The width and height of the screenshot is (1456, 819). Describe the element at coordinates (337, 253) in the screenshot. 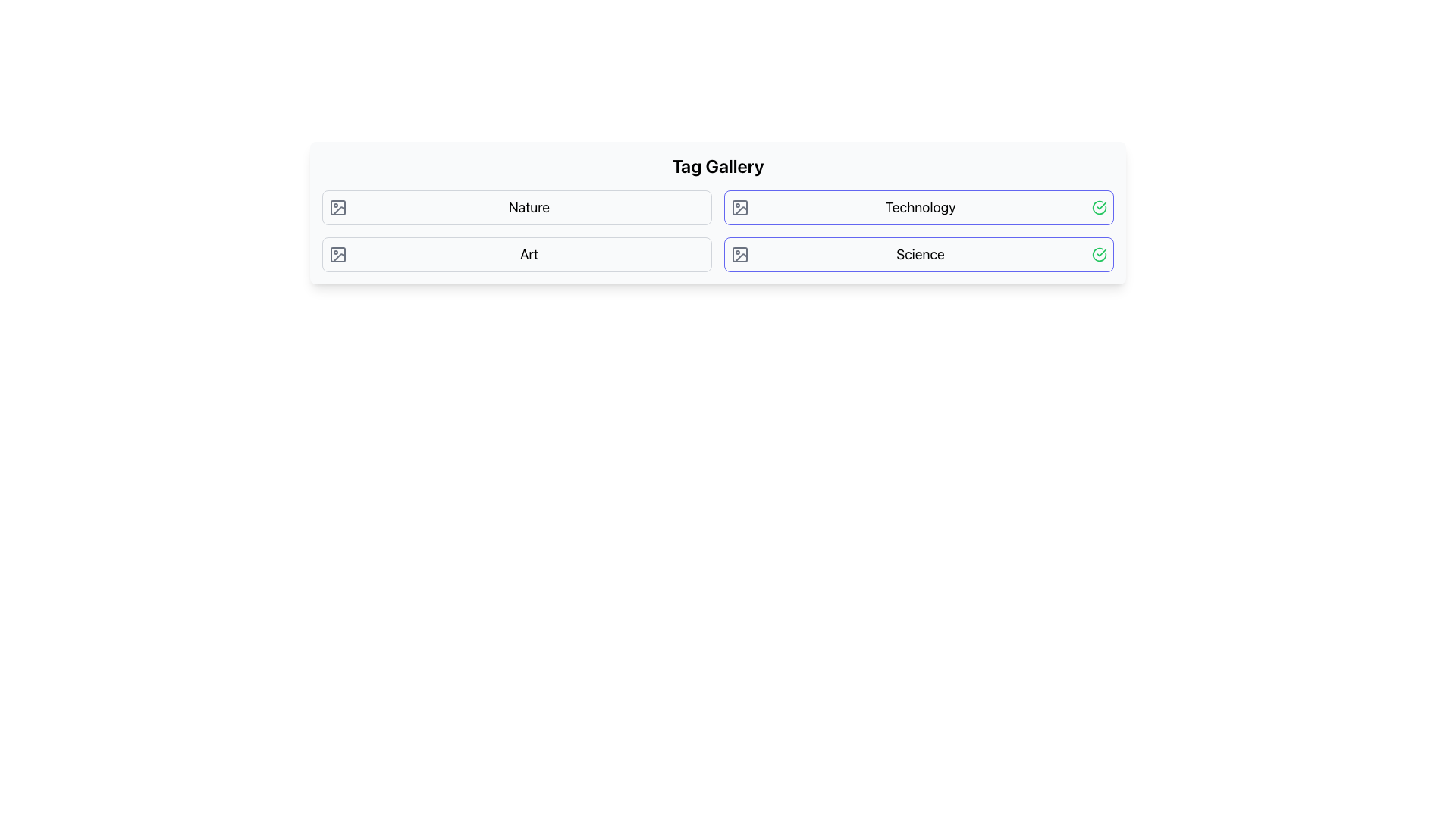

I see `the decorative graphic (SVG rectangle) representing the 'Art' category icon, located near the top-left corner of the sub-icon` at that location.